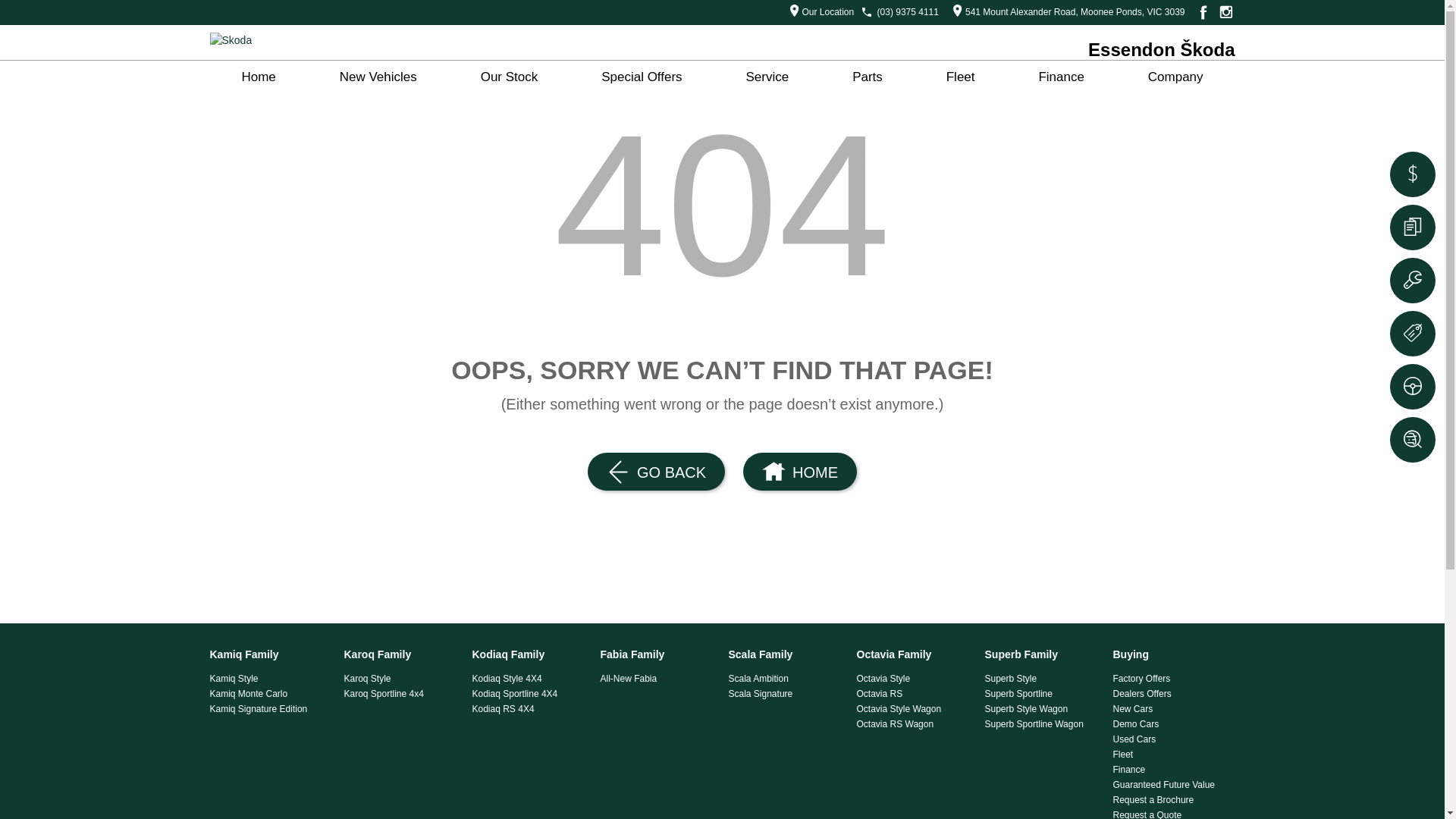  What do you see at coordinates (1170, 677) in the screenshot?
I see `'Factory Offers'` at bounding box center [1170, 677].